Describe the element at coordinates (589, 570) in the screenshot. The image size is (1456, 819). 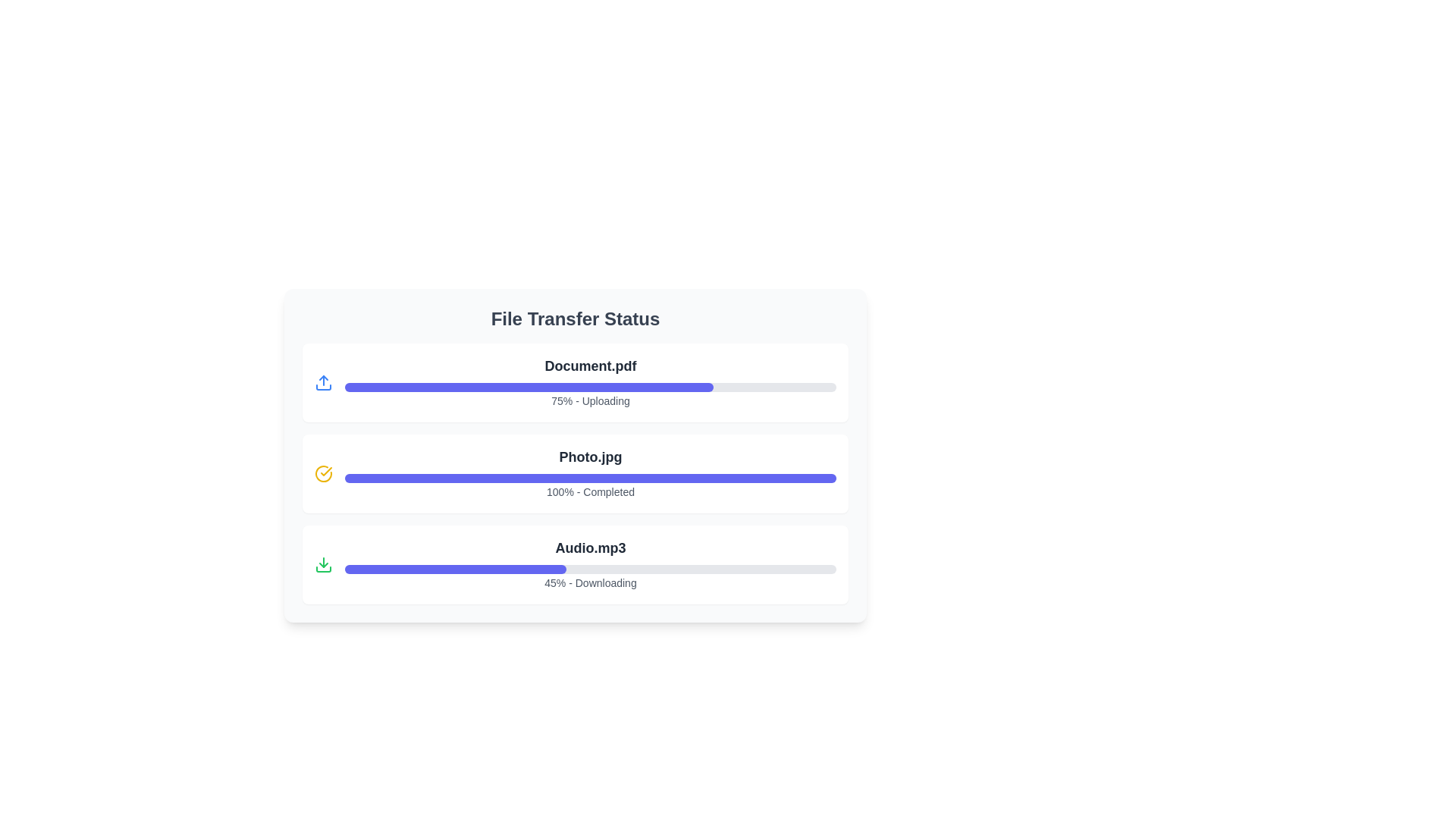
I see `the progress bar element indicating 45% completion that is located beneath the text 'Audio.mp3' and precedes the percentage display text '45% - Downloading'` at that location.